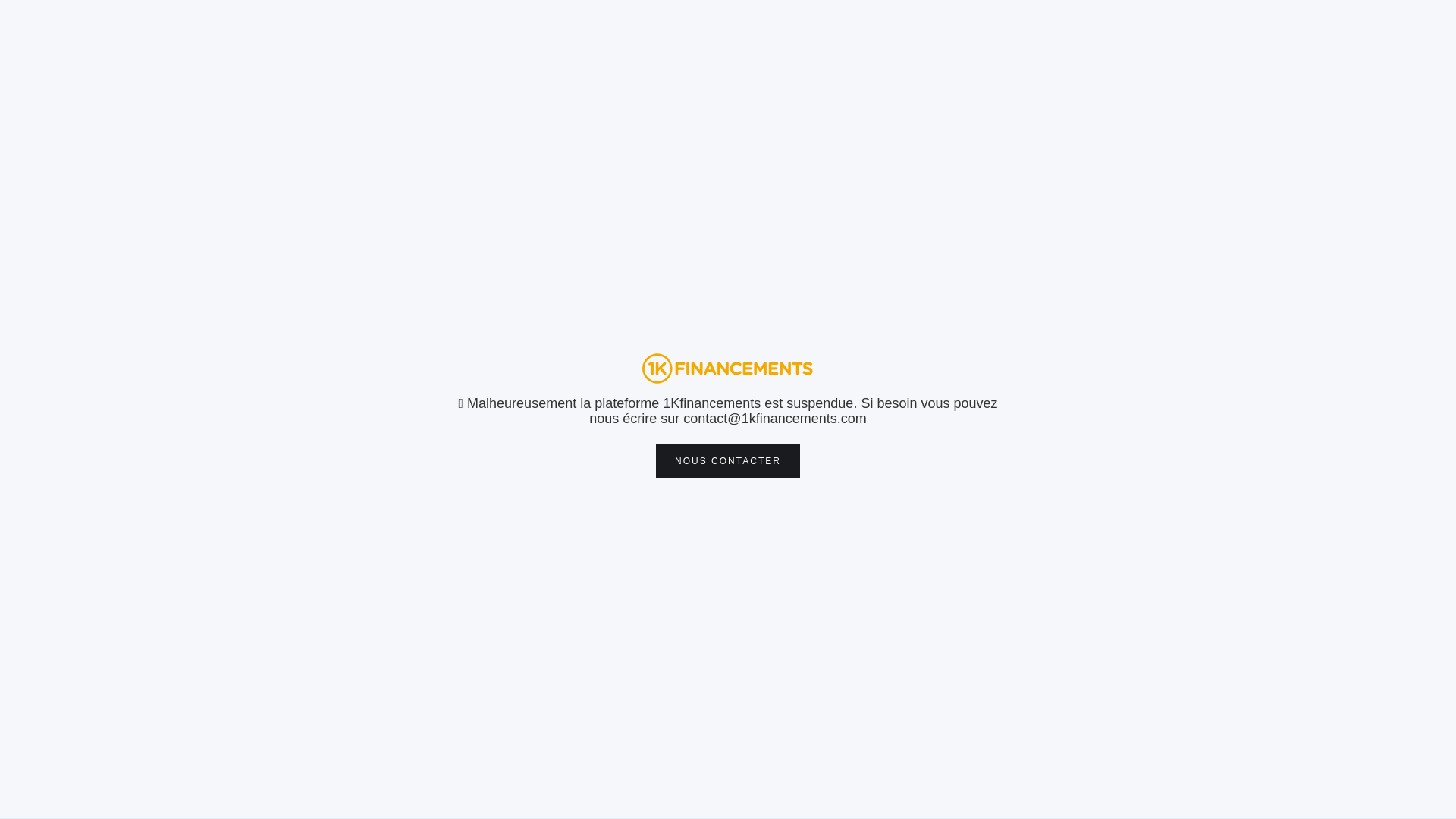 The height and width of the screenshot is (819, 1456). I want to click on 'NOUS CONTACTER', so click(728, 460).